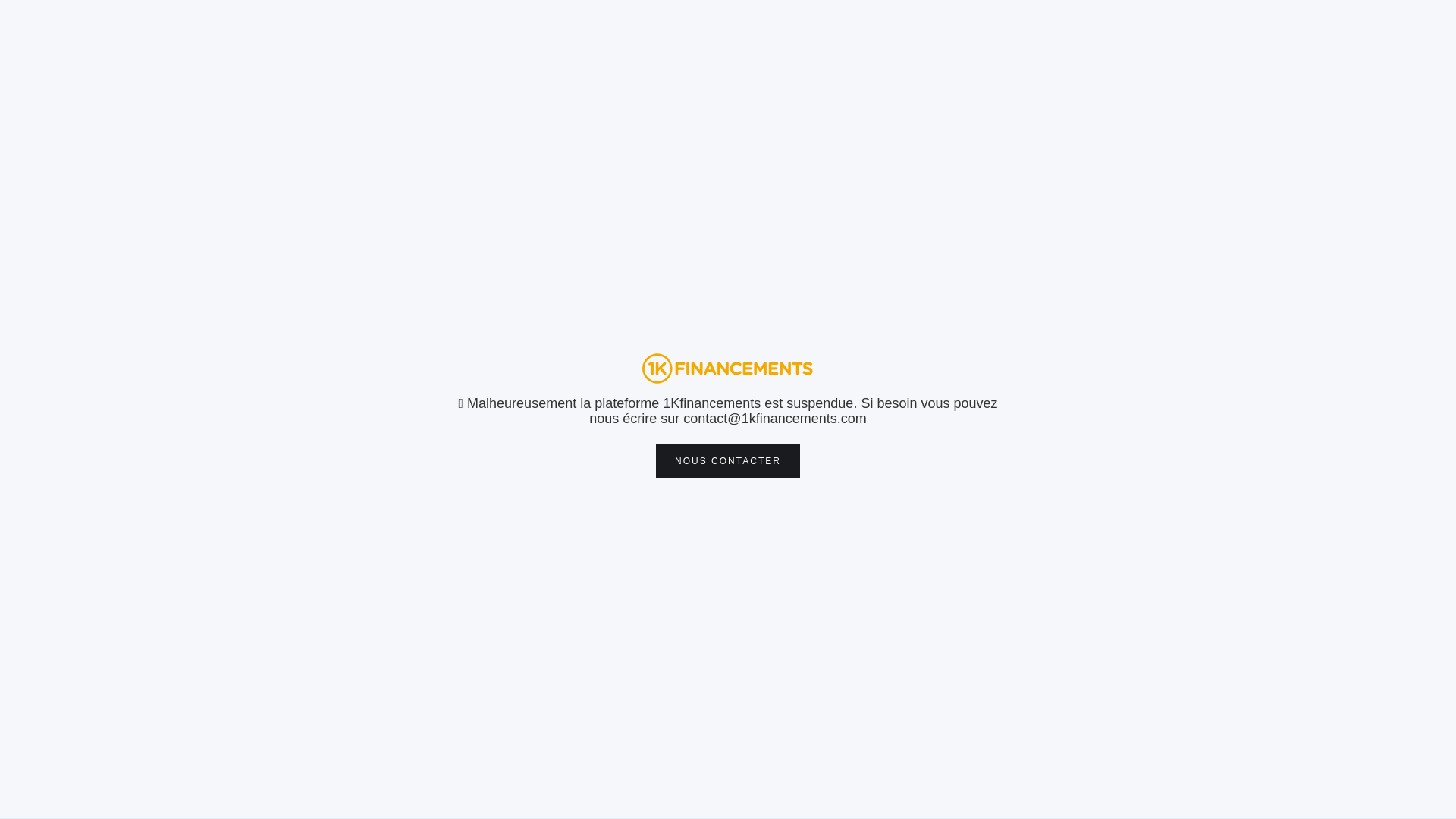 The height and width of the screenshot is (819, 1456). I want to click on 'NOUS CONTACTER', so click(728, 460).